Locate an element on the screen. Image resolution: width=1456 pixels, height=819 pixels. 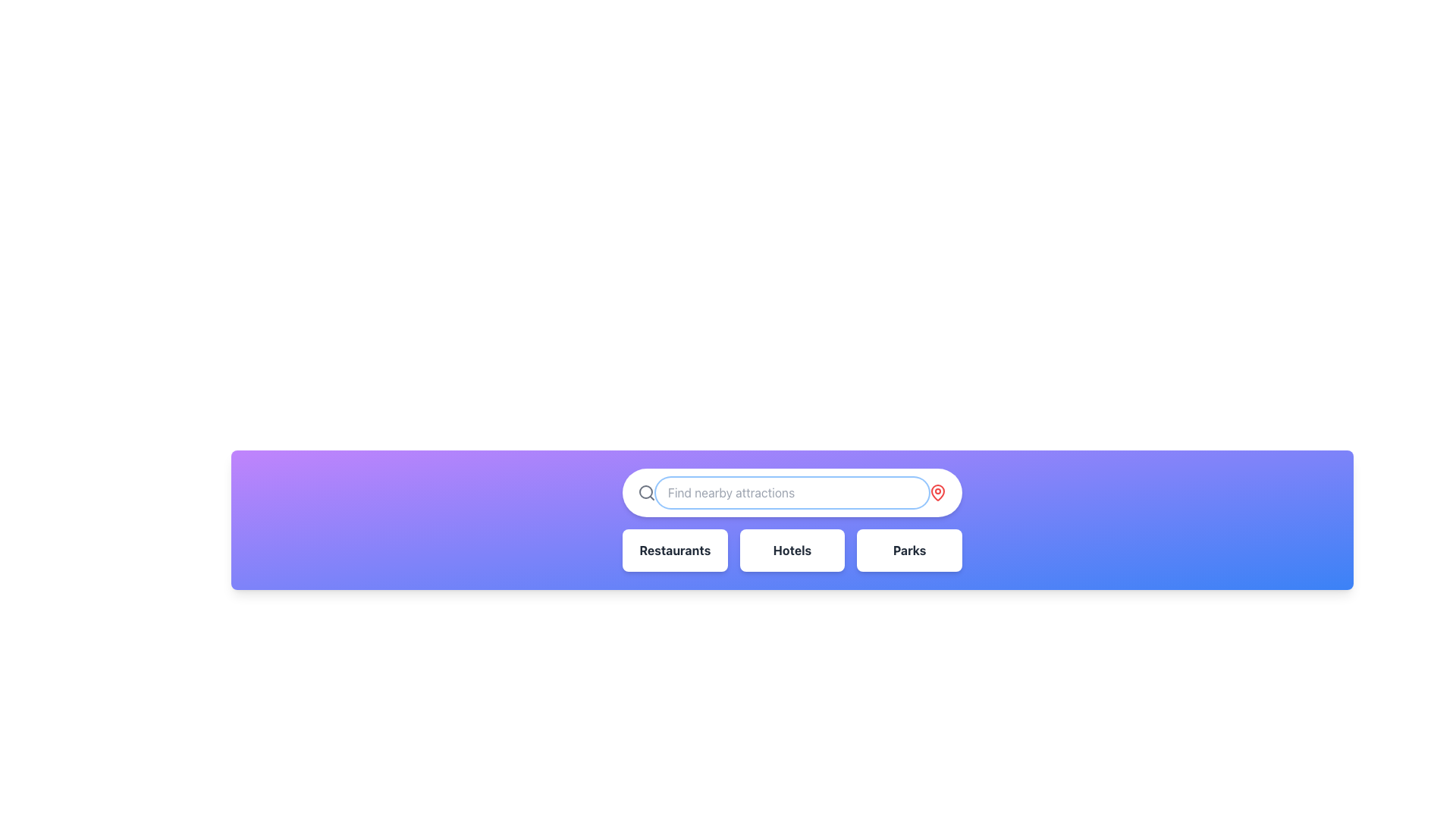
the map pin icon located at the far-right end of the search bar is located at coordinates (937, 493).